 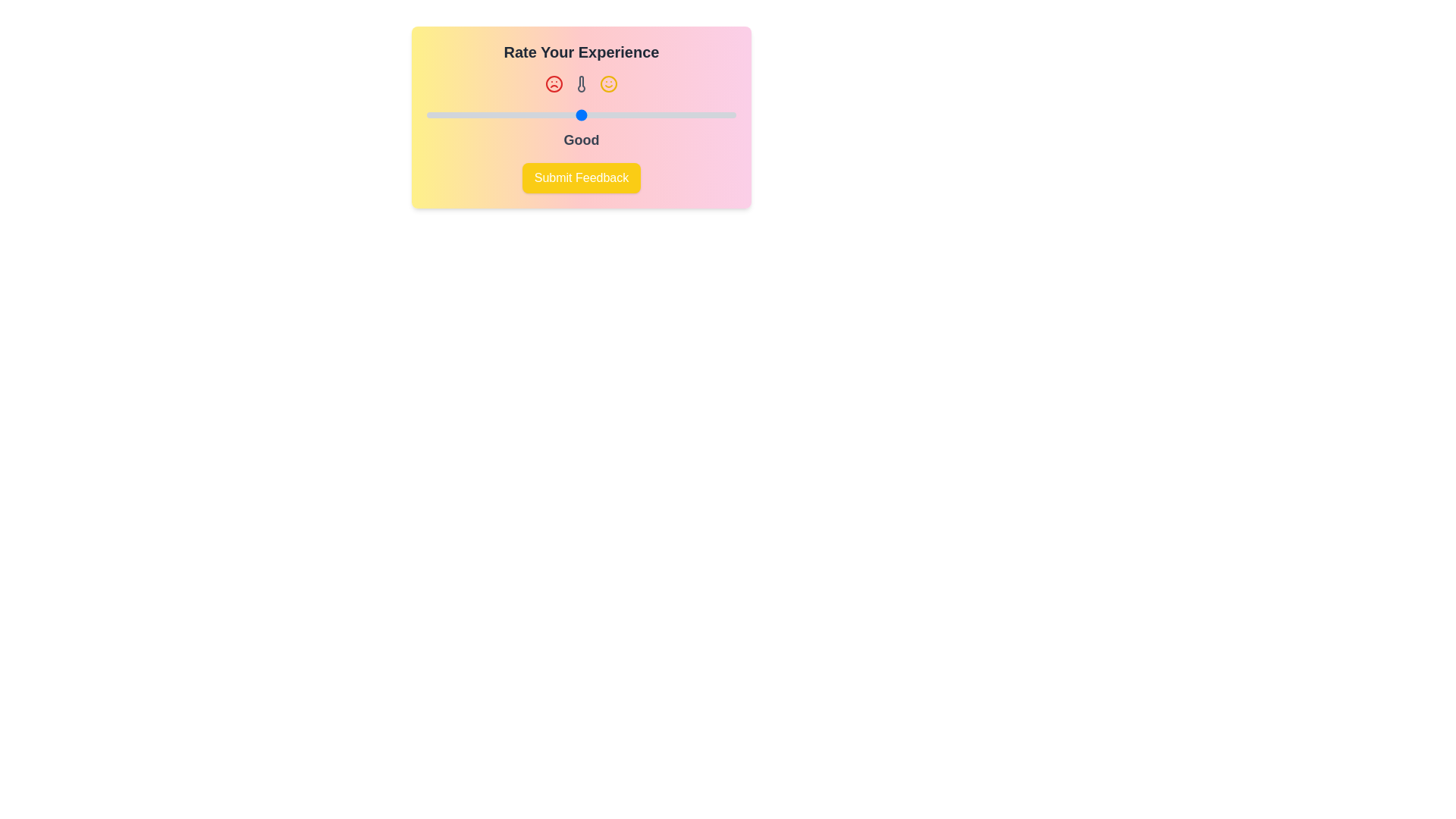 What do you see at coordinates (504, 114) in the screenshot?
I see `the slider to set the rating to 2` at bounding box center [504, 114].